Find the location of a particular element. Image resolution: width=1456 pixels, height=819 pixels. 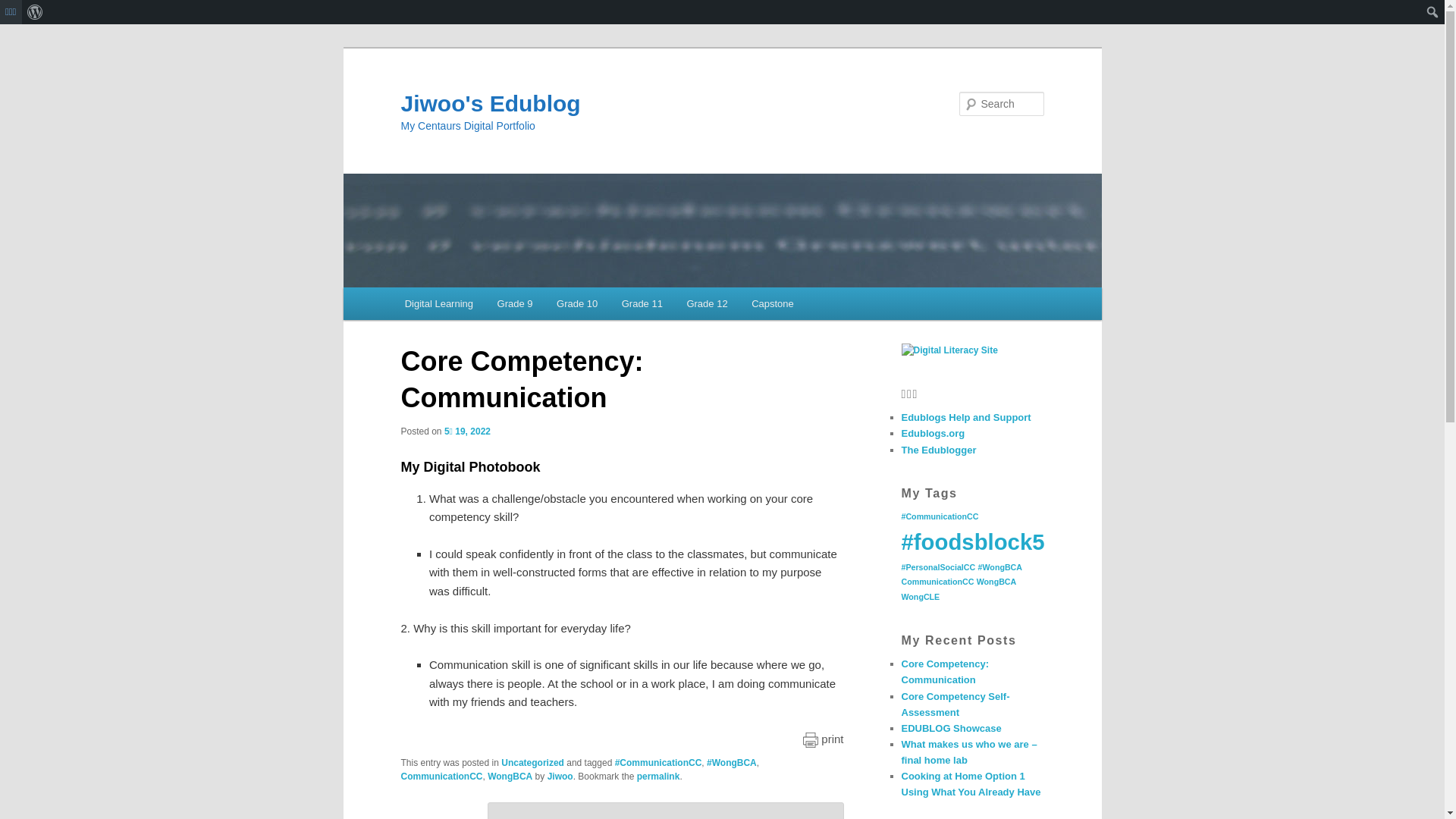

'WongBCA' is located at coordinates (510, 776).